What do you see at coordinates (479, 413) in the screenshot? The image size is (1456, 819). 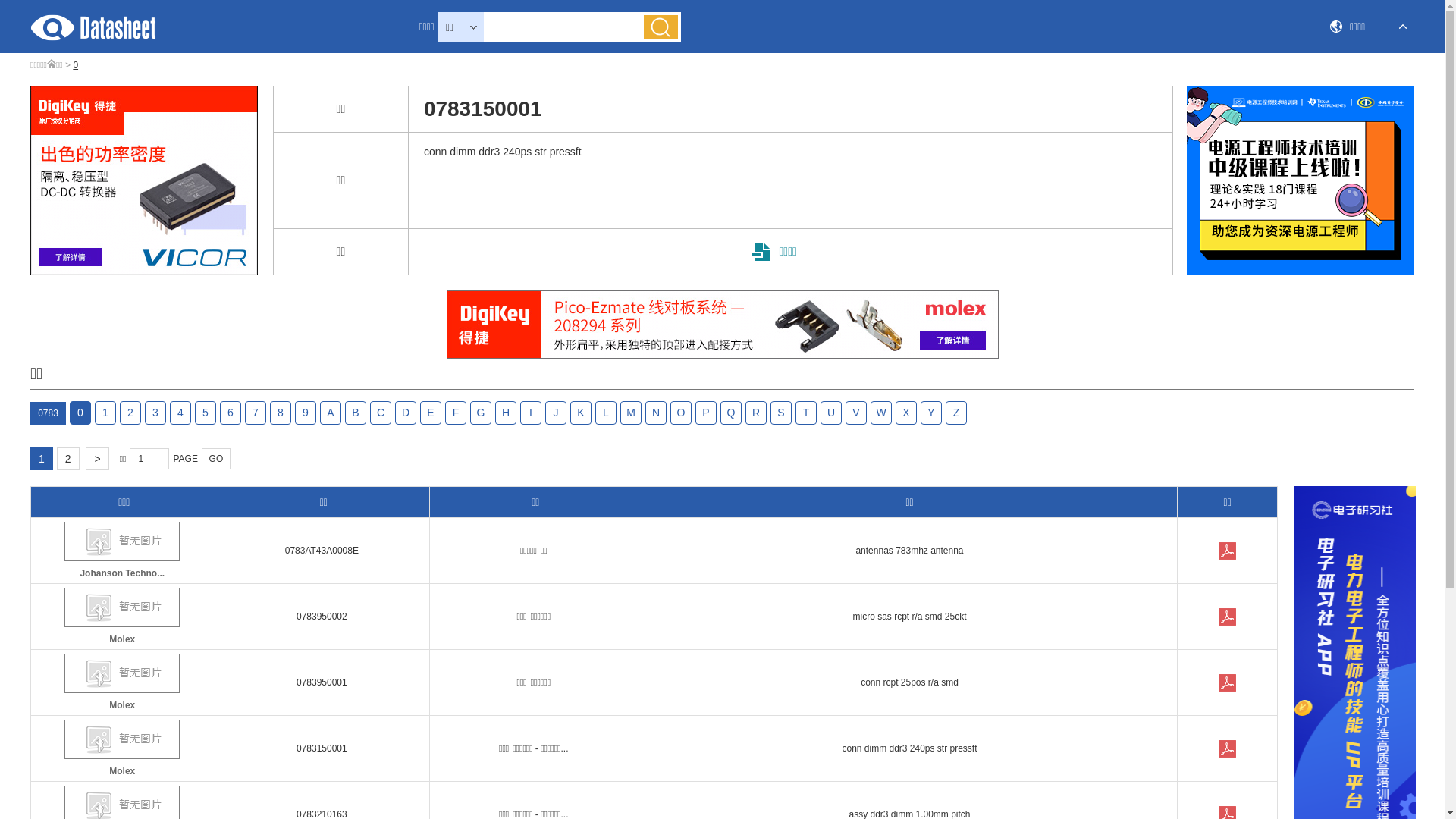 I see `'G'` at bounding box center [479, 413].